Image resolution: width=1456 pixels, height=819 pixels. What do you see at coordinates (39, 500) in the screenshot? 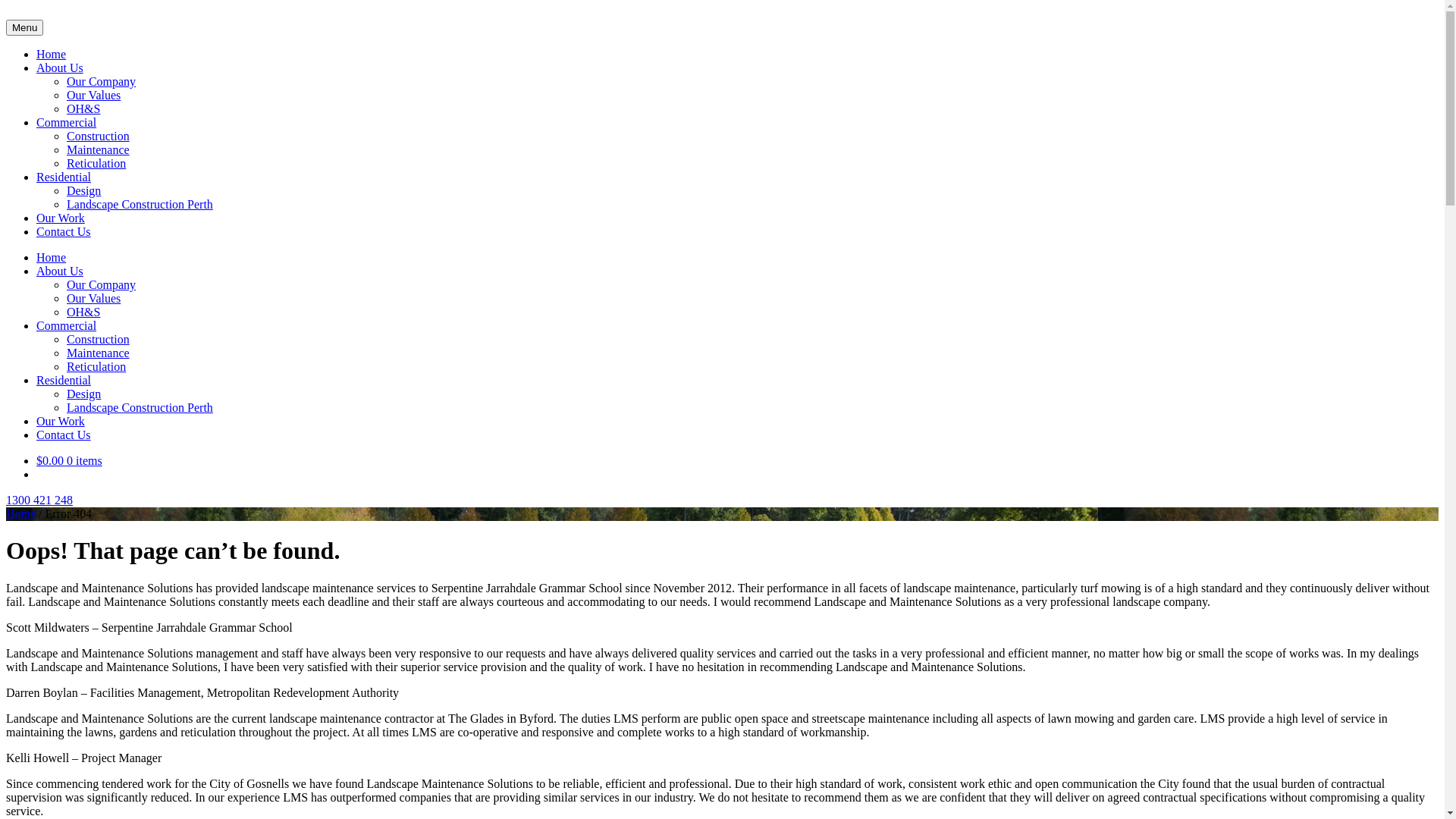
I see `'1300 421 248'` at bounding box center [39, 500].